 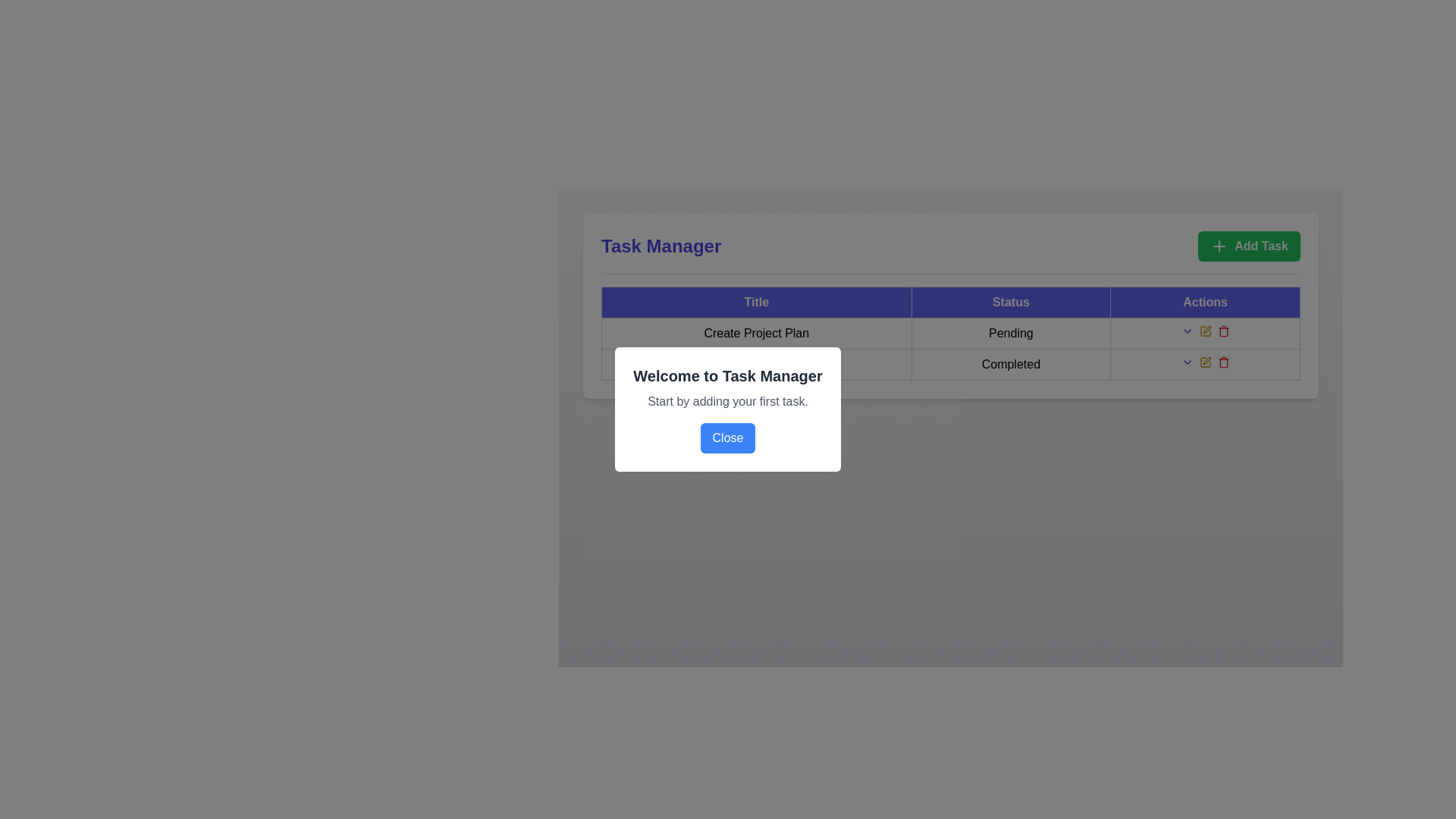 What do you see at coordinates (1011, 332) in the screenshot?
I see `the text label indicating the current status of the task 'Create Project Plan', which displays 'Pending' in the second cell of the 'Status' column in the table` at bounding box center [1011, 332].